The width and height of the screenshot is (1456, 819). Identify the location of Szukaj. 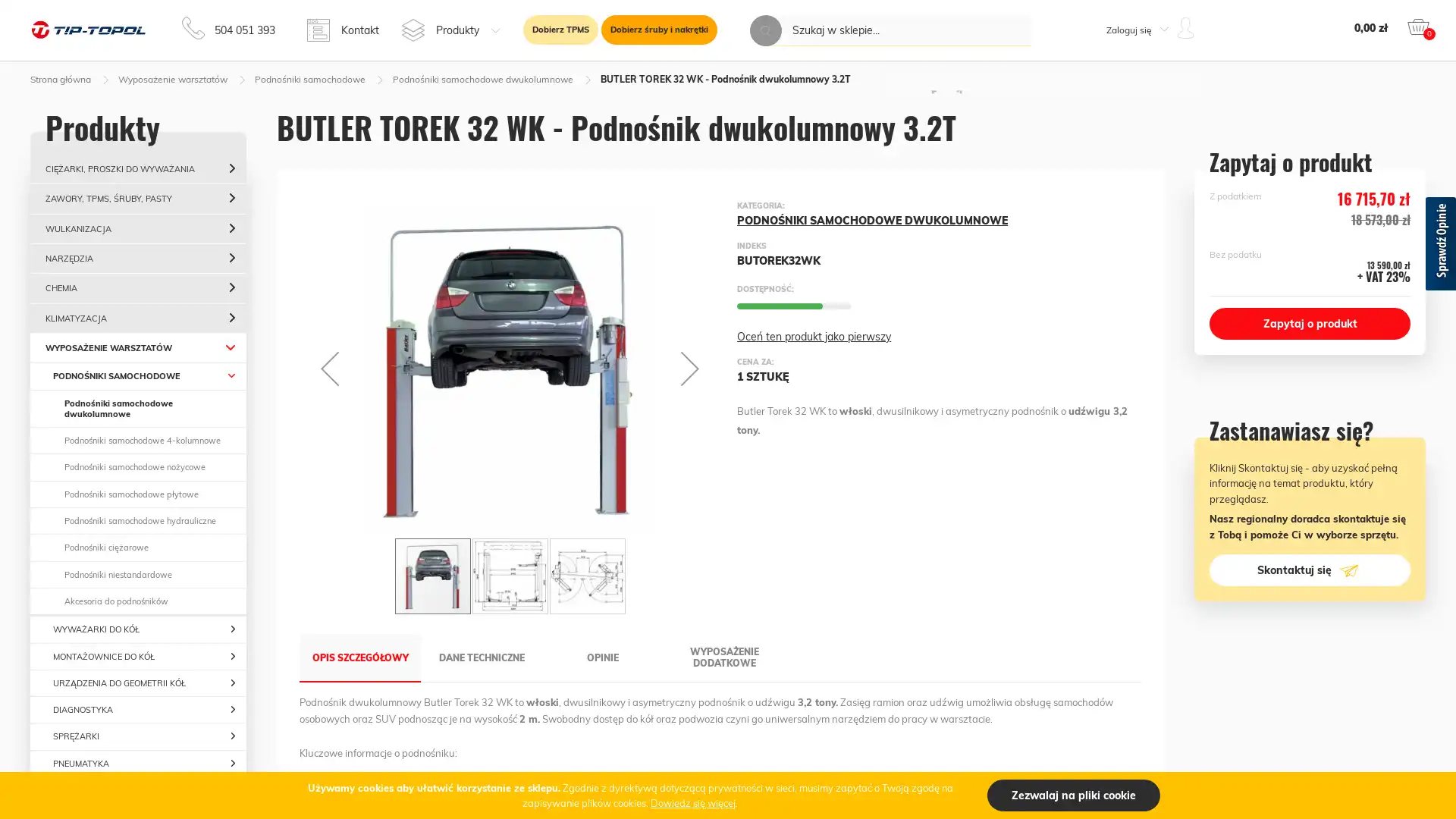
(765, 30).